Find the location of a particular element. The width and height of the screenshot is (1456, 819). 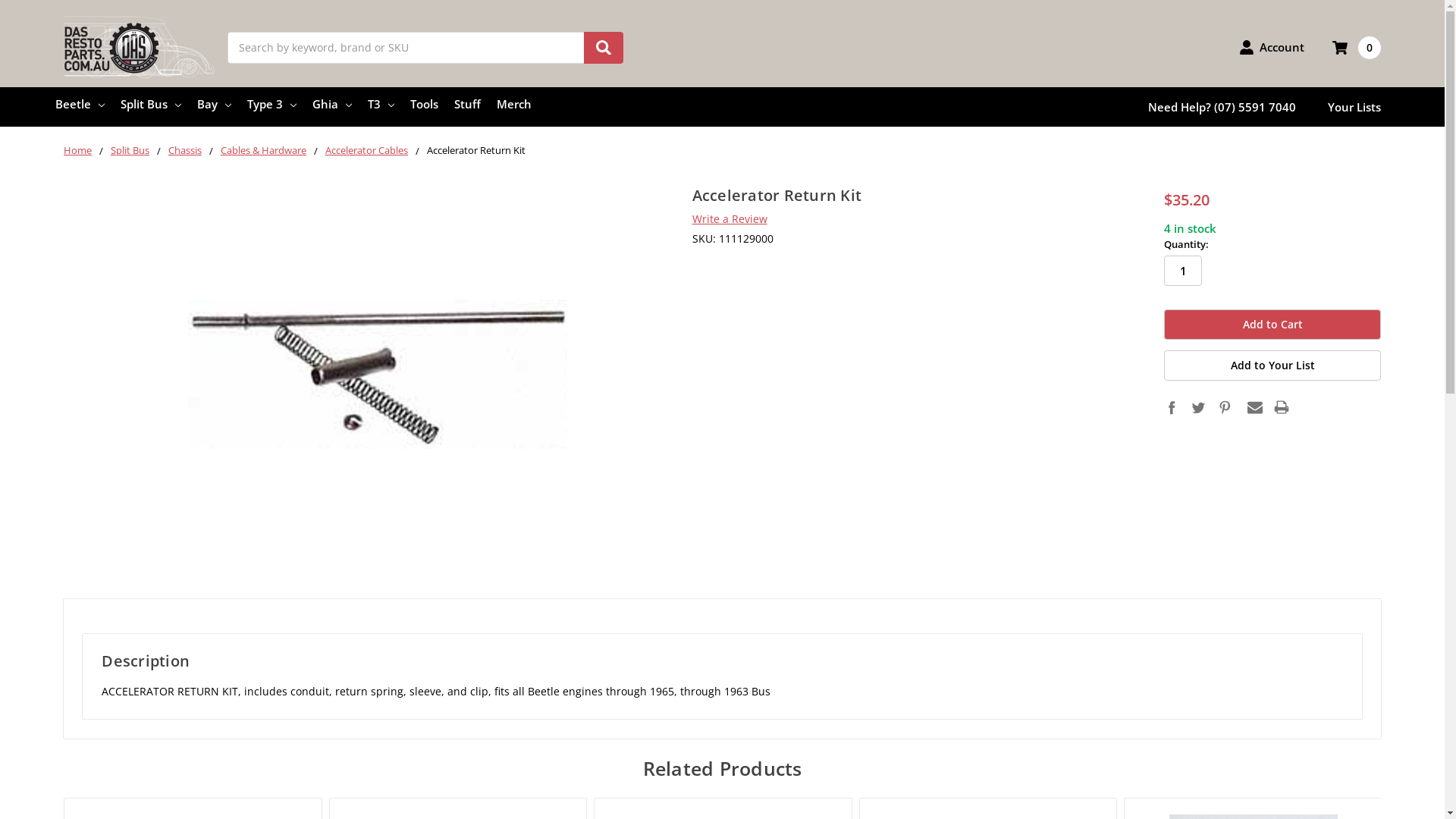

'Beetle' is located at coordinates (79, 103).